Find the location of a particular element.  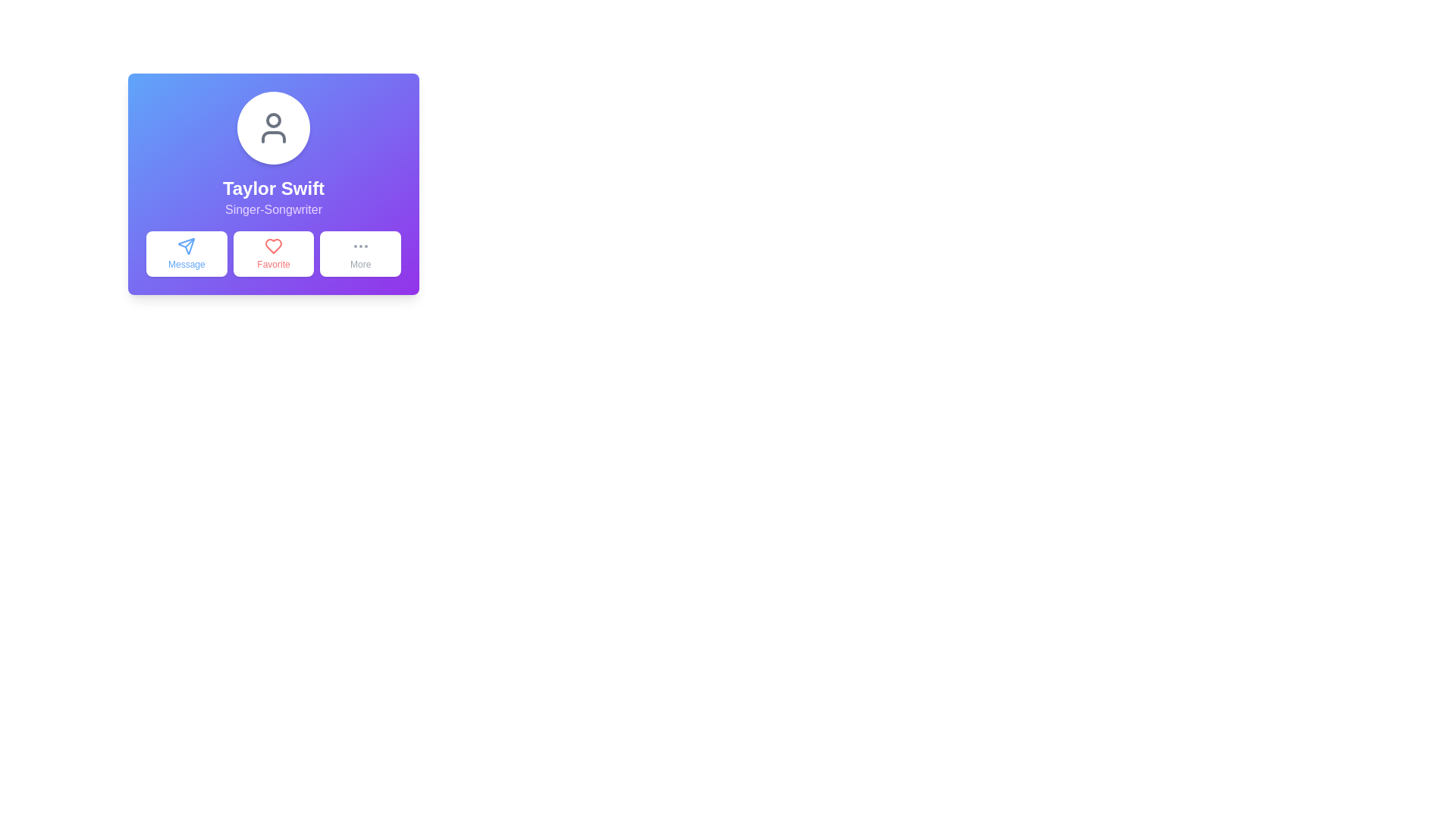

the 'Message' button icon, which represents the action to send a message, located at the bottom of the card-like widget is located at coordinates (186, 245).